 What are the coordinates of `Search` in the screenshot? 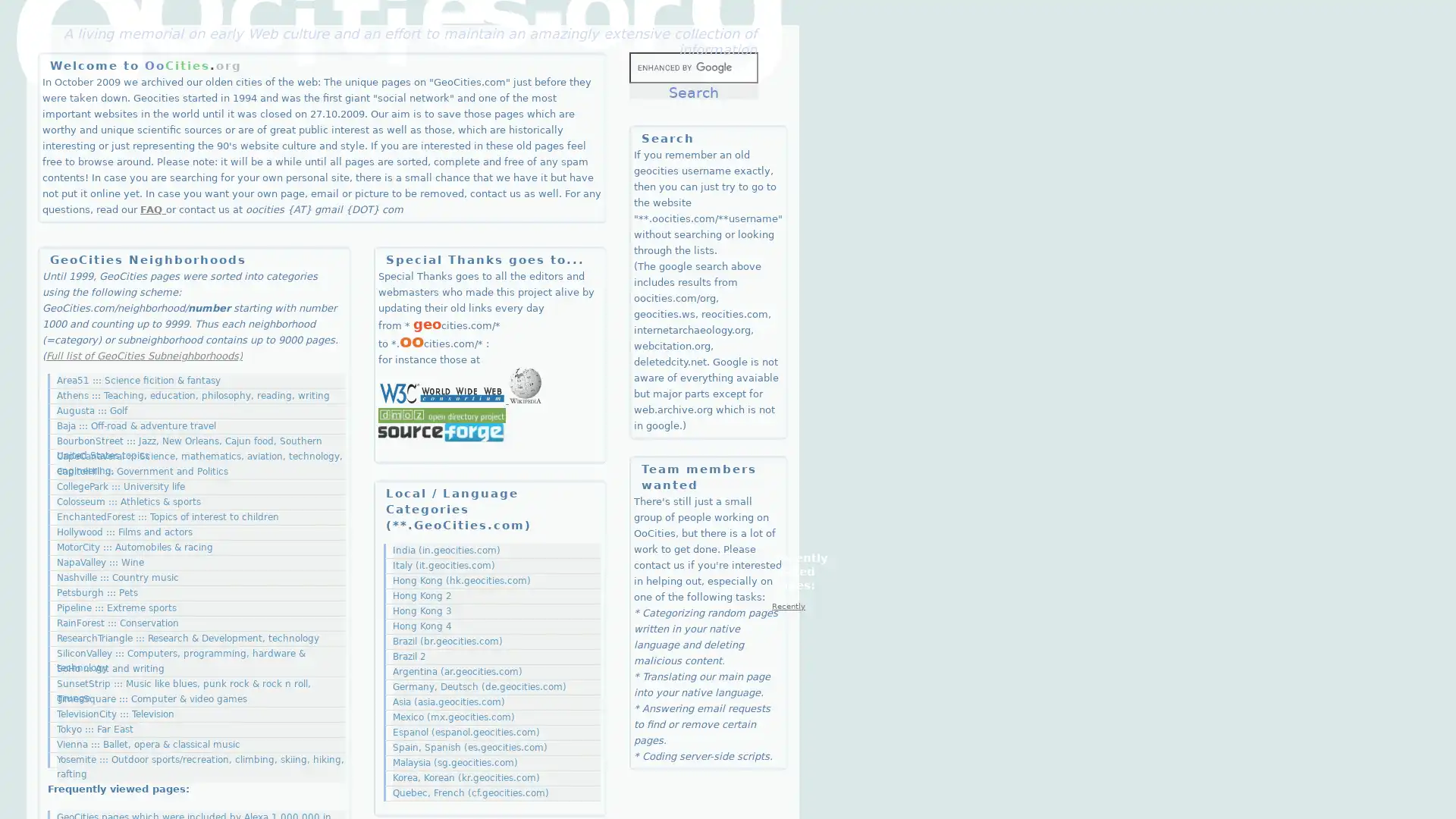 It's located at (693, 91).